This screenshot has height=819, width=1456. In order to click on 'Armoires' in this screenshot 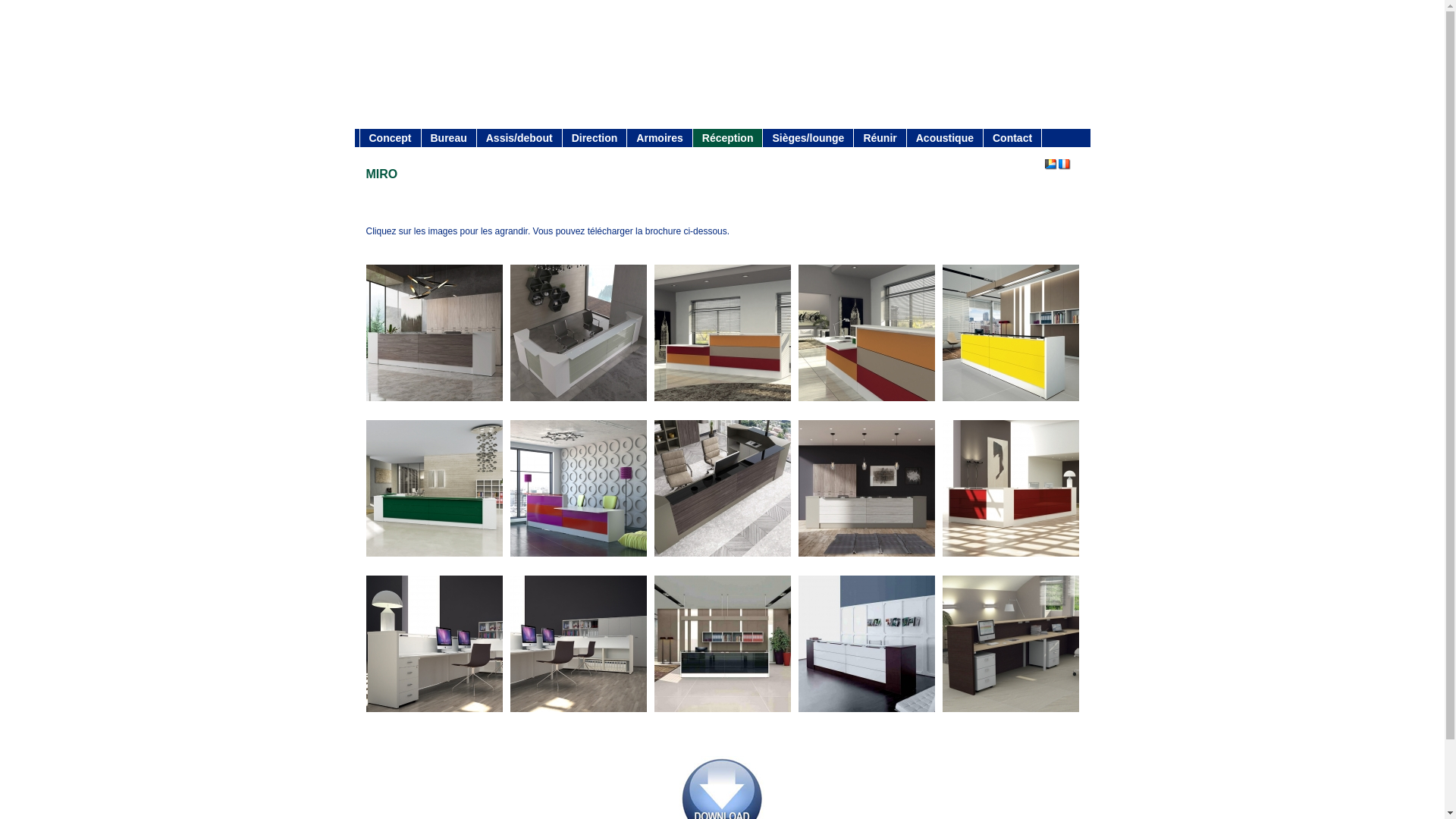, I will do `click(626, 137)`.